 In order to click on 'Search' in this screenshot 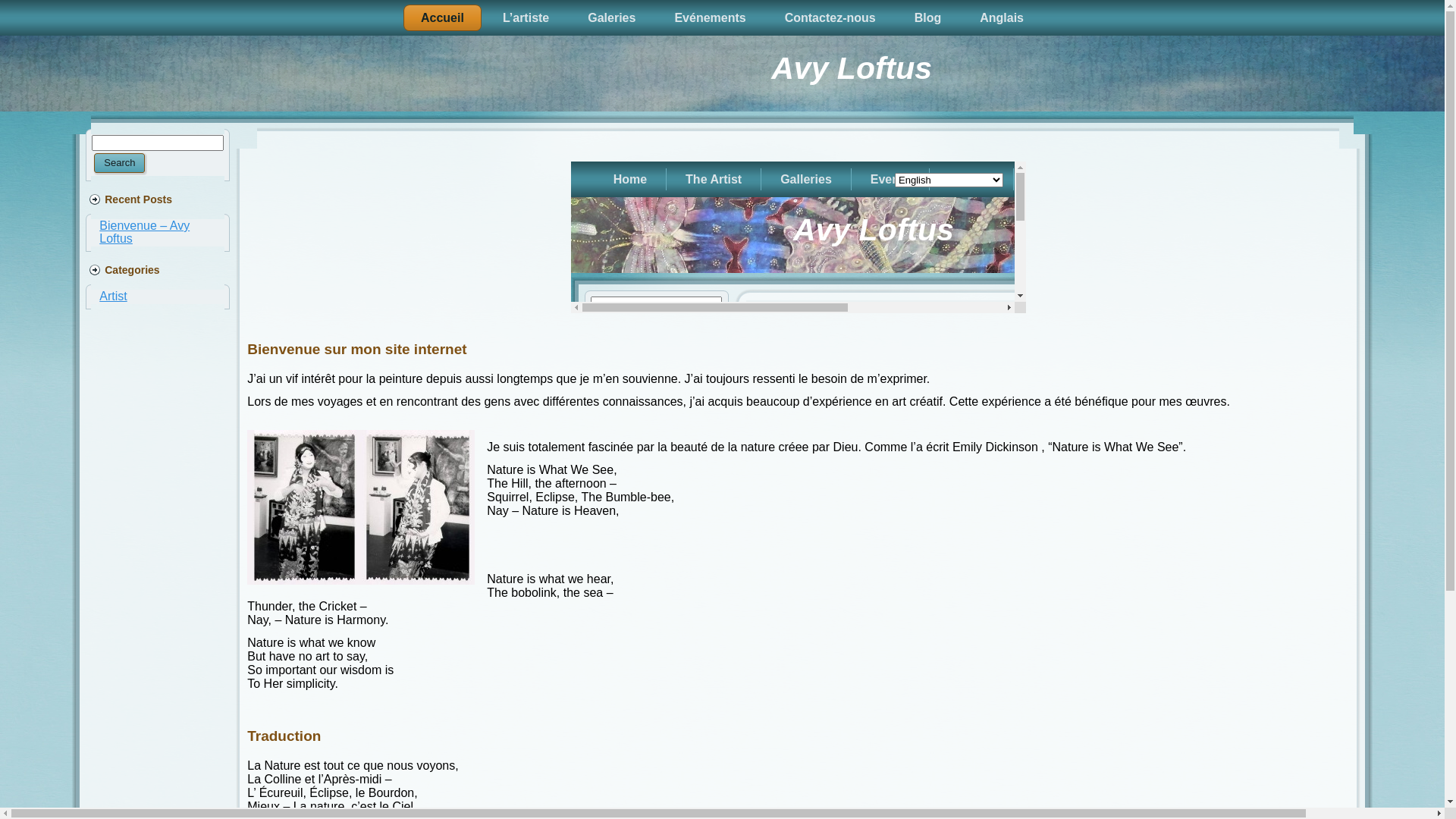, I will do `click(118, 163)`.